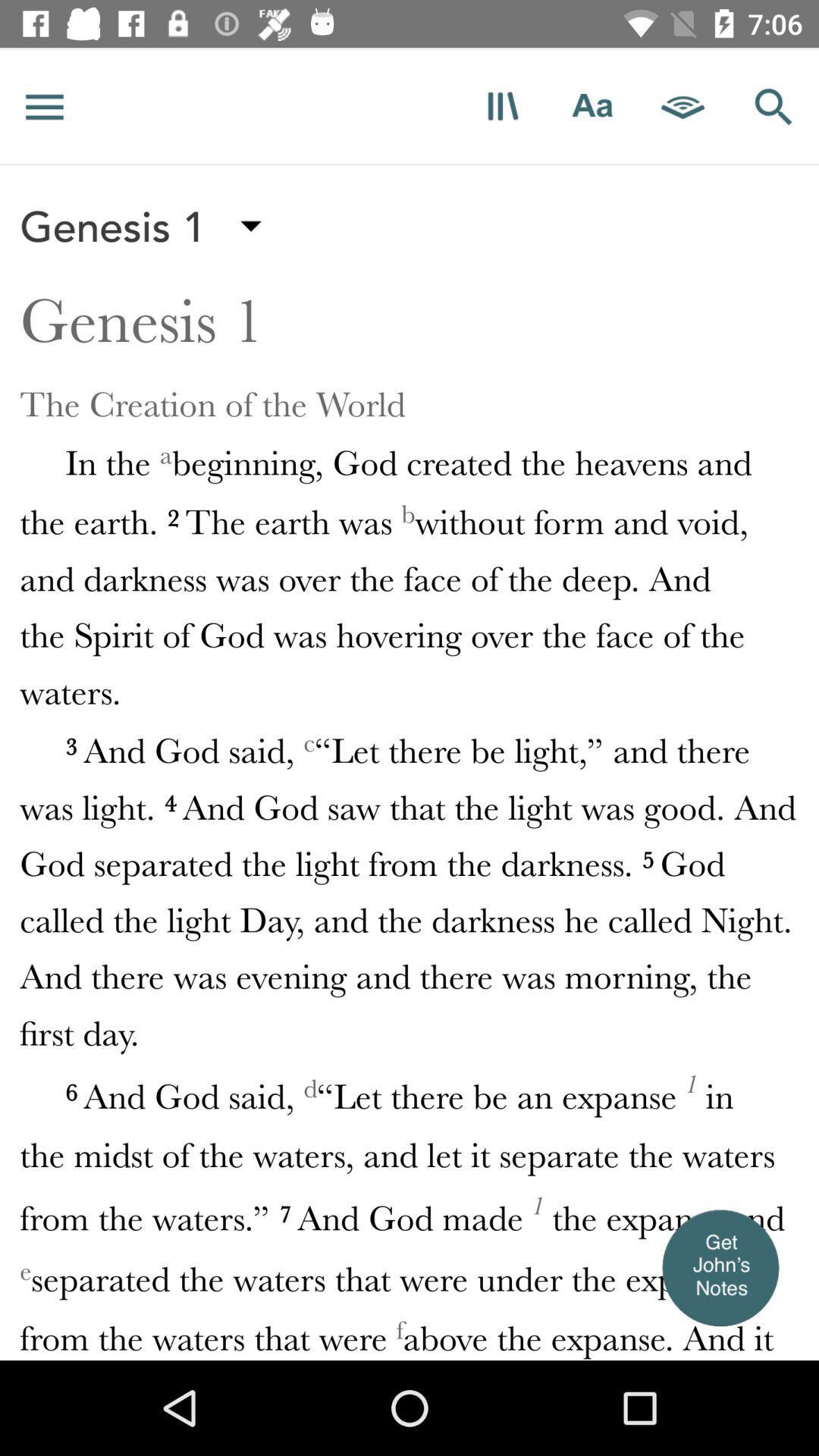 Image resolution: width=819 pixels, height=1456 pixels. Describe the element at coordinates (683, 105) in the screenshot. I see `open in kindle app` at that location.